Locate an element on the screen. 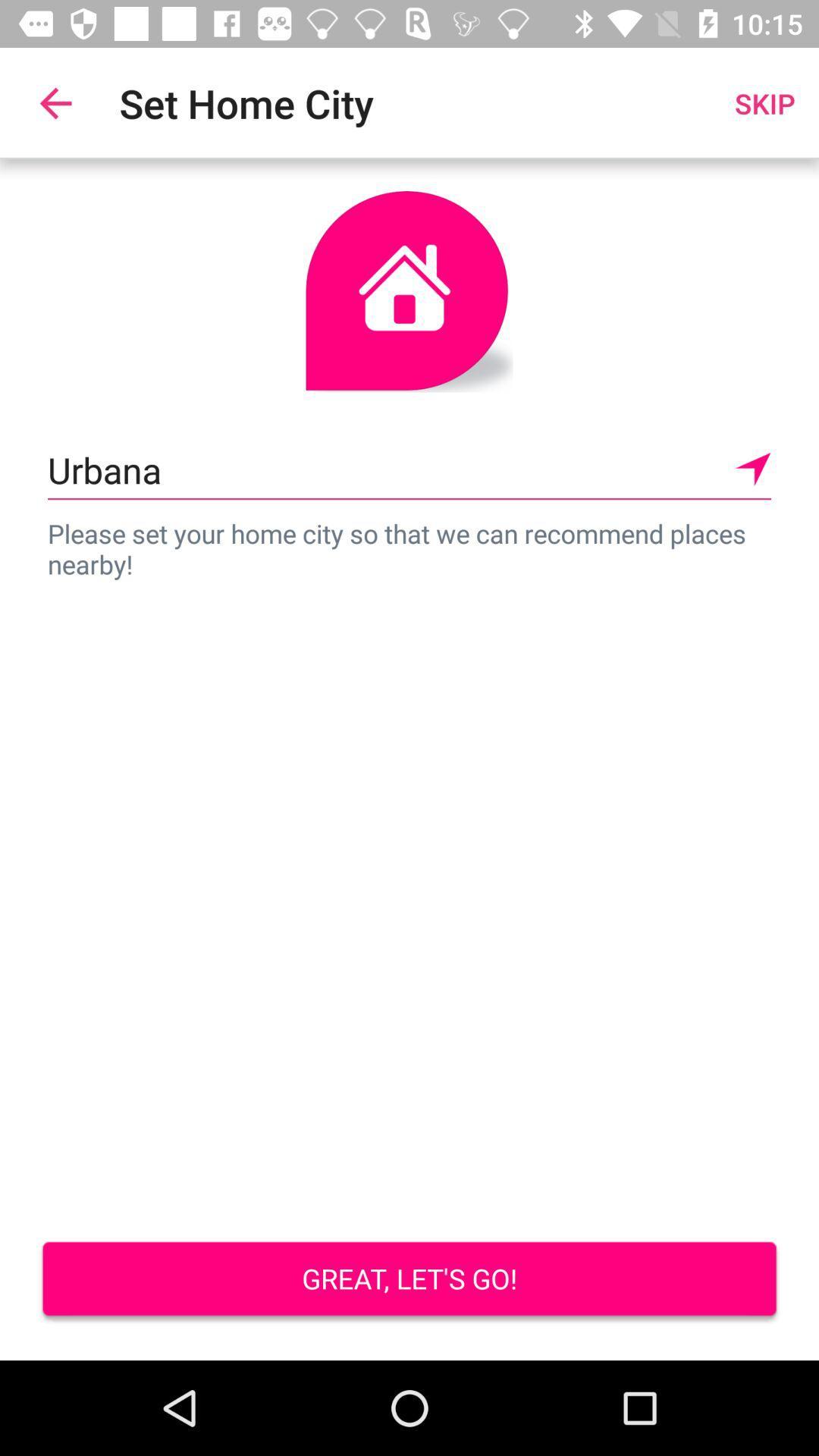  item below the please set your item is located at coordinates (409, 1280).